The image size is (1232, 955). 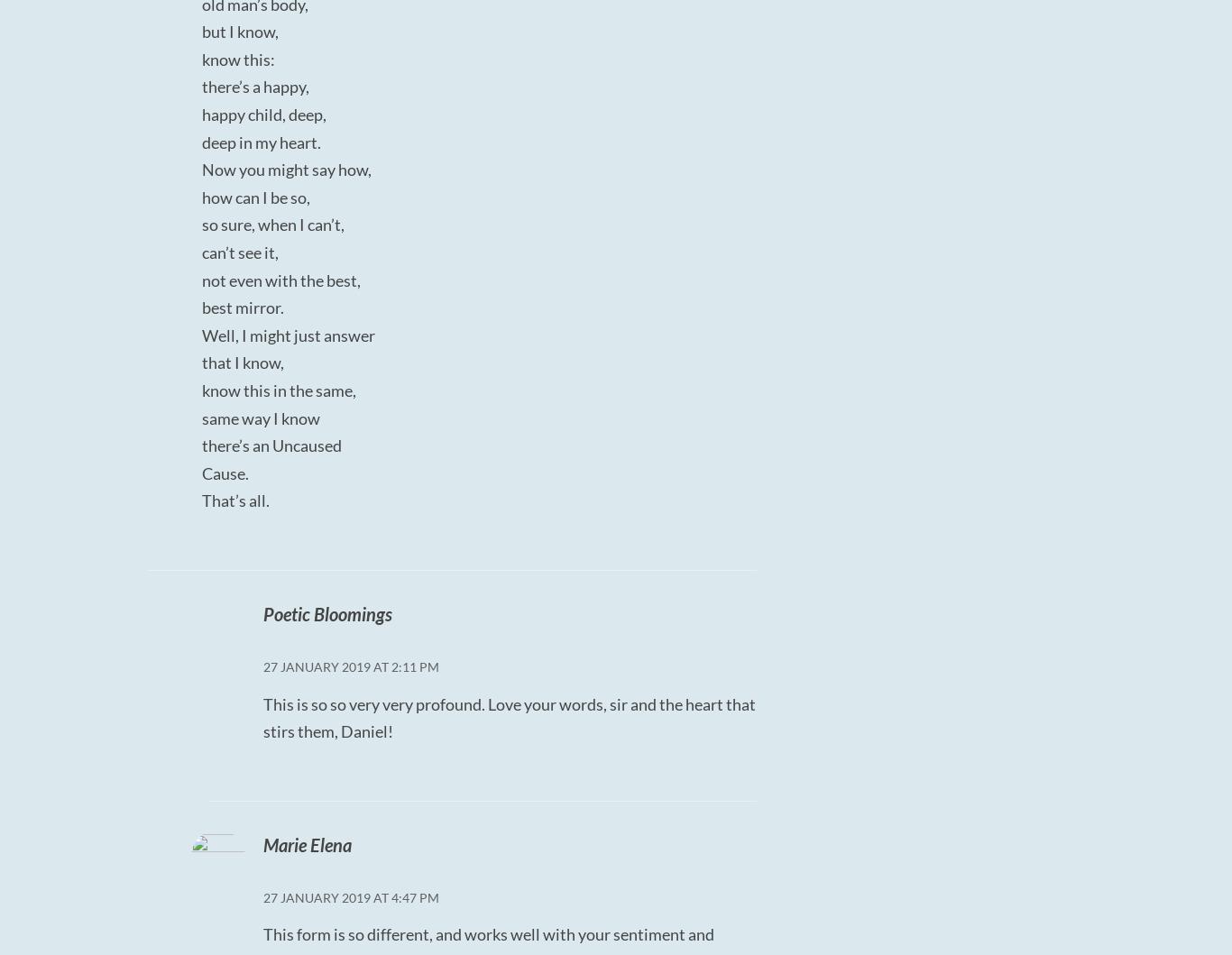 I want to click on 'but I know,', so click(x=240, y=32).